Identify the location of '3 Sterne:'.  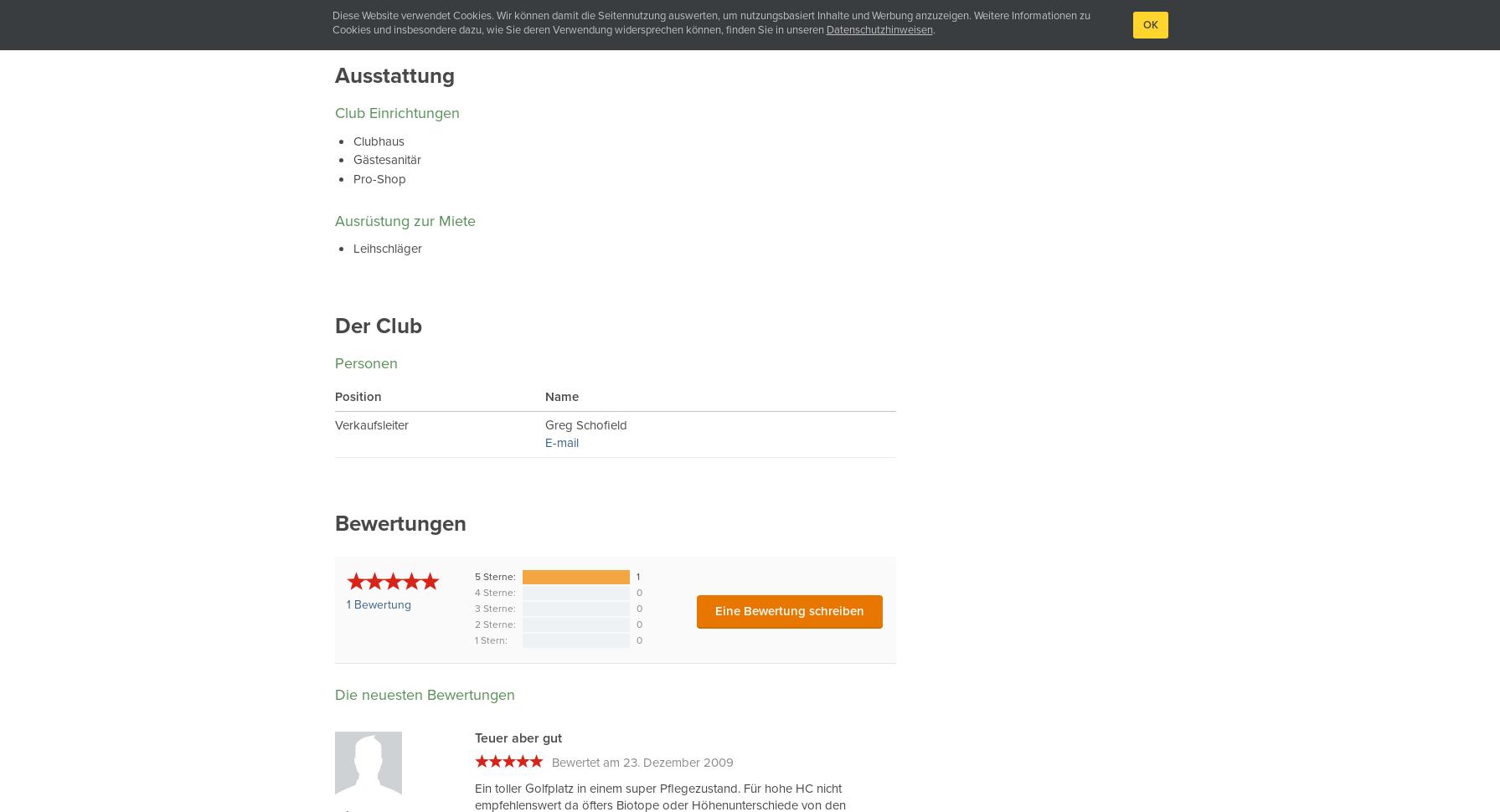
(495, 608).